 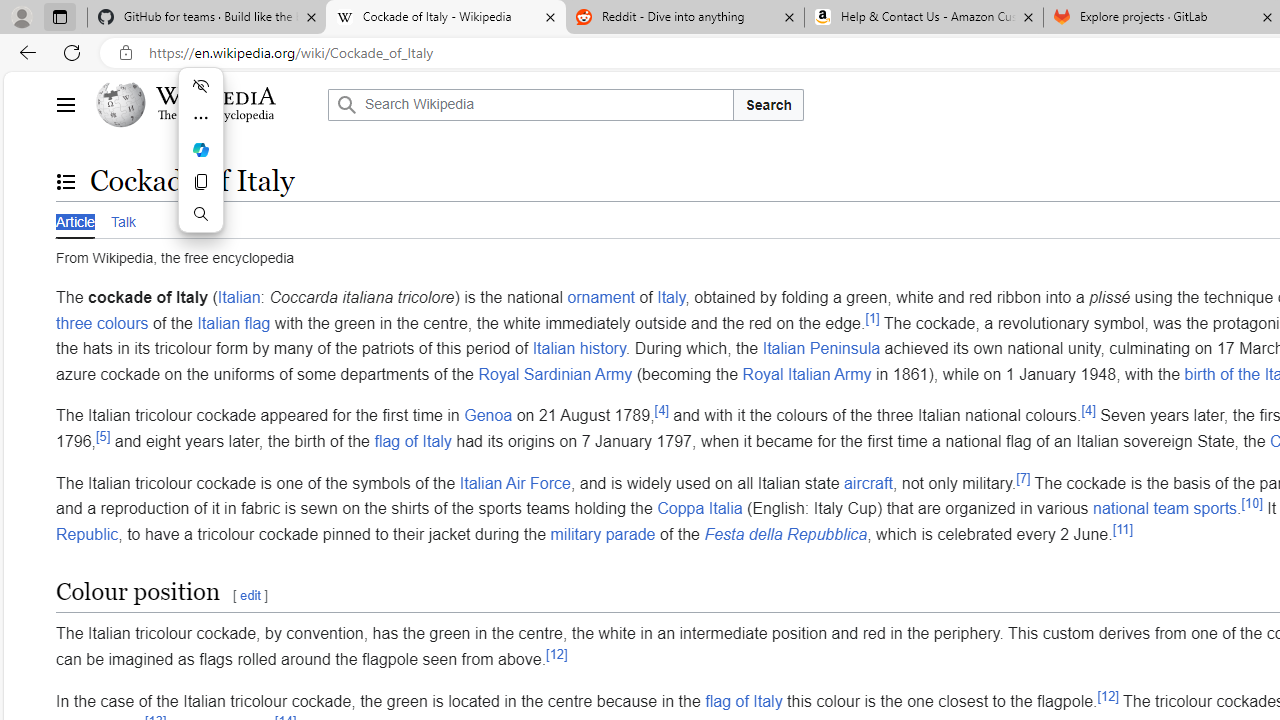 What do you see at coordinates (1251, 502) in the screenshot?
I see `'[10]'` at bounding box center [1251, 502].